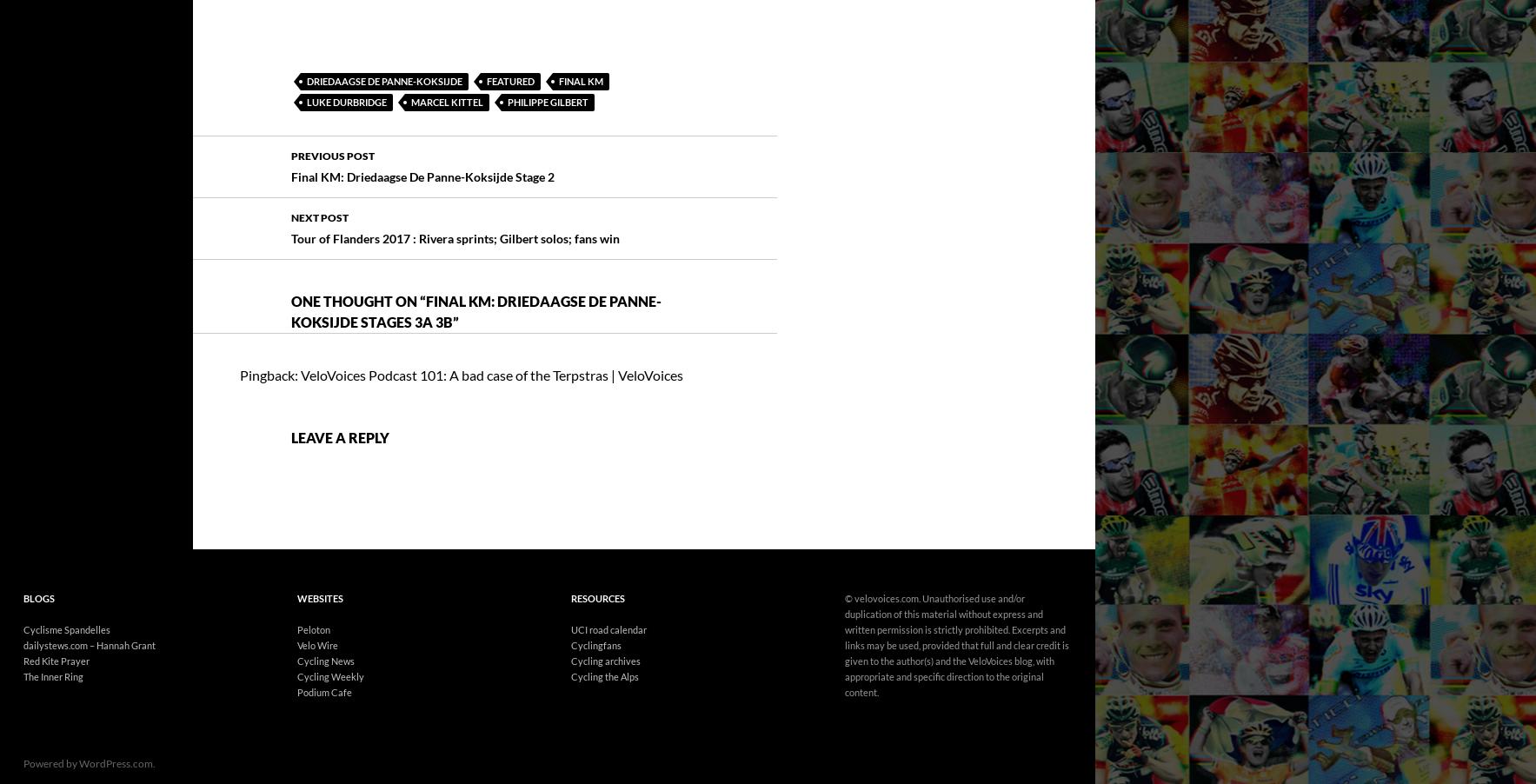 The height and width of the screenshot is (784, 1536). I want to click on 'Peloton', so click(313, 580).